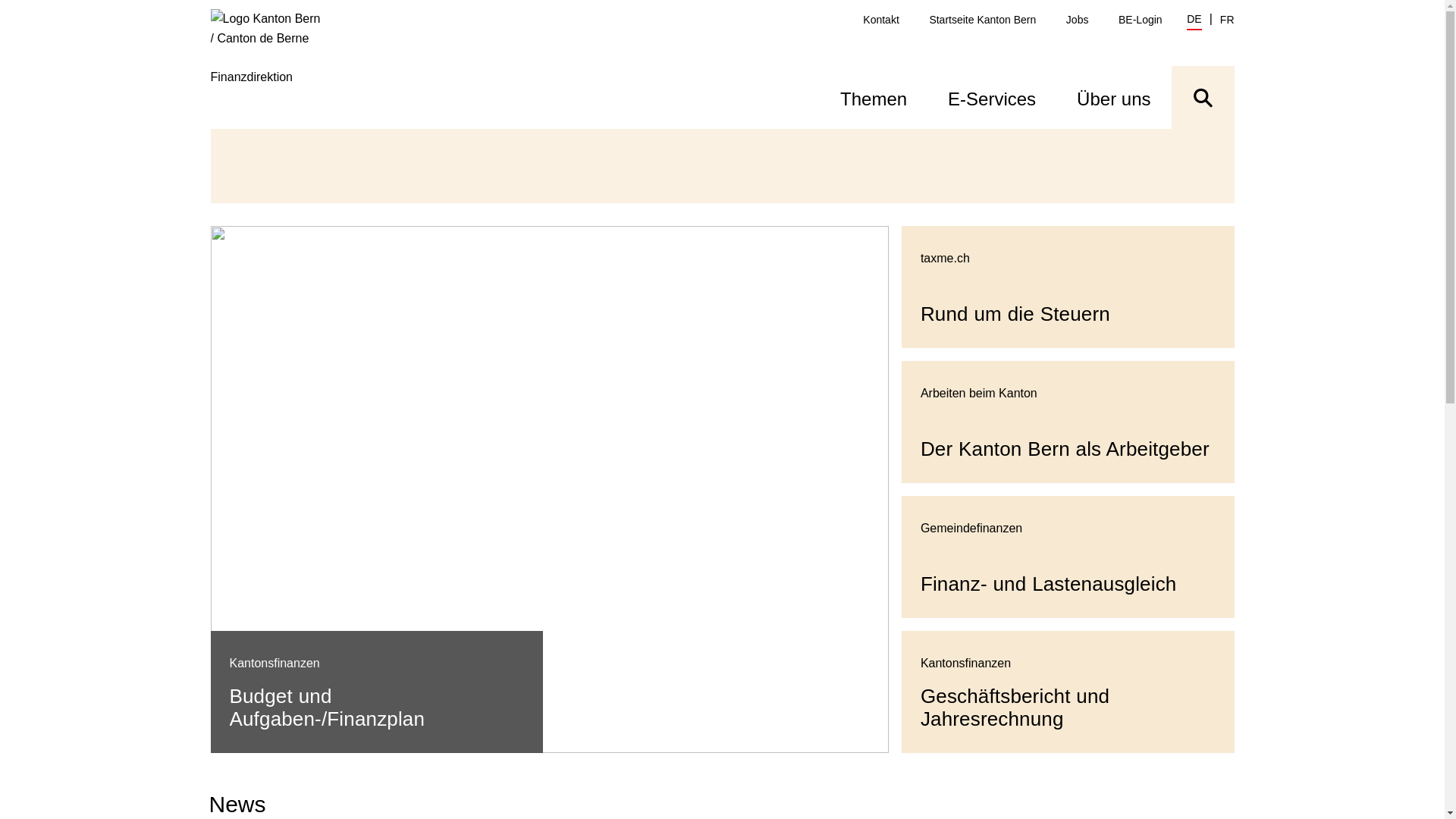 The width and height of the screenshot is (1456, 819). I want to click on 'DE', so click(1193, 20).